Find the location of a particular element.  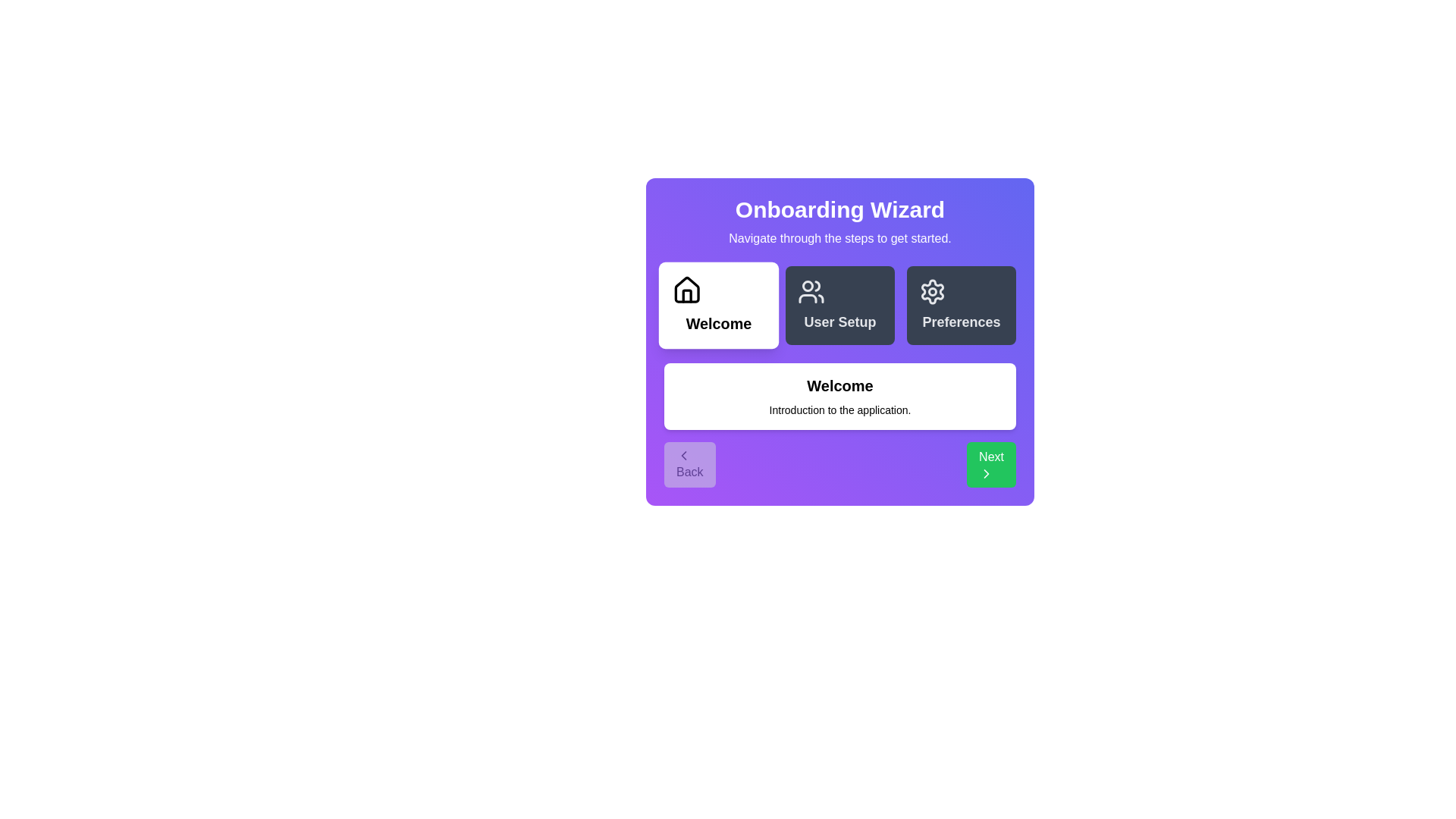

the step icon corresponding to User Setup to view its content is located at coordinates (839, 305).